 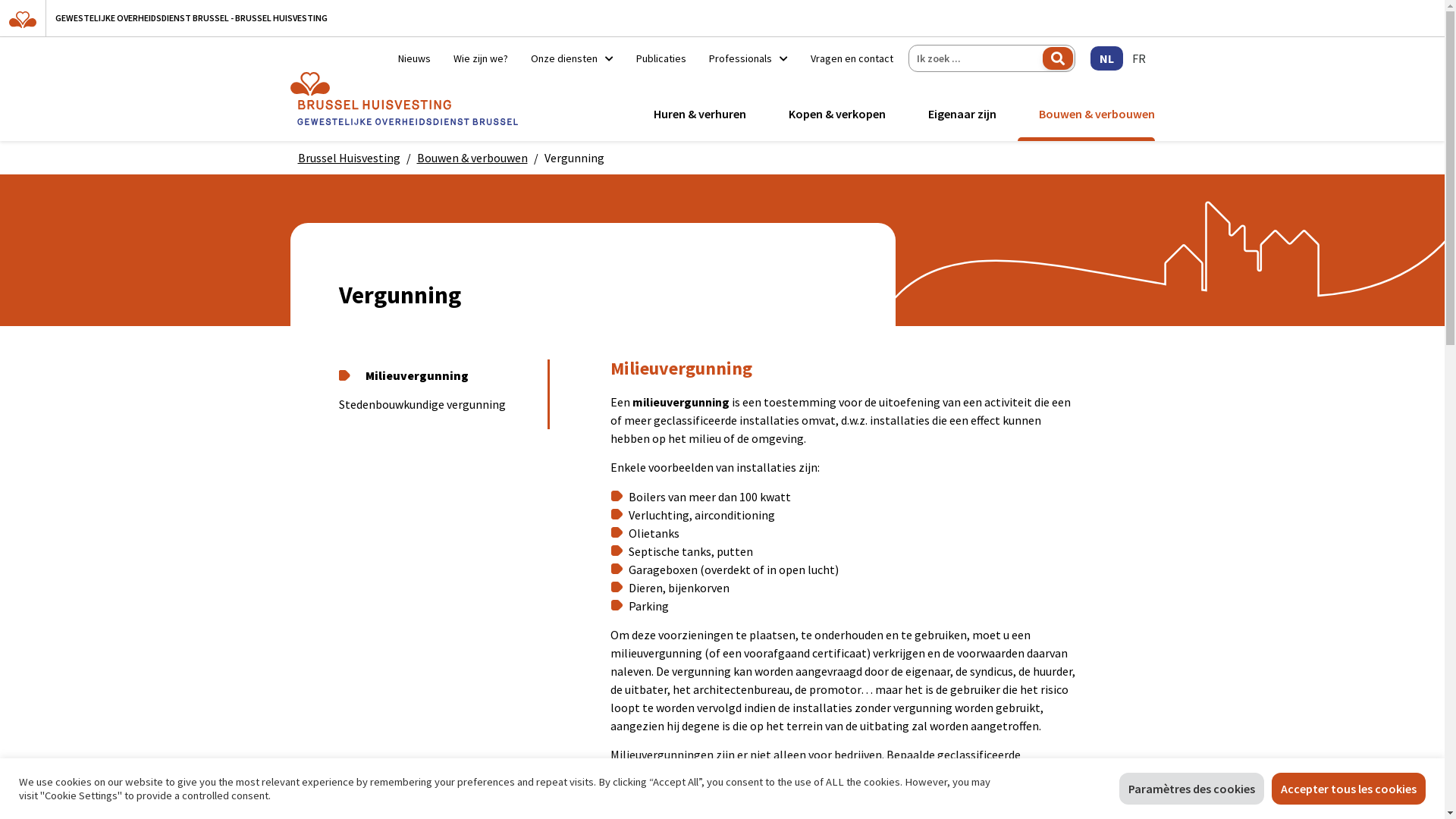 I want to click on 'Nieuws', so click(x=414, y=58).